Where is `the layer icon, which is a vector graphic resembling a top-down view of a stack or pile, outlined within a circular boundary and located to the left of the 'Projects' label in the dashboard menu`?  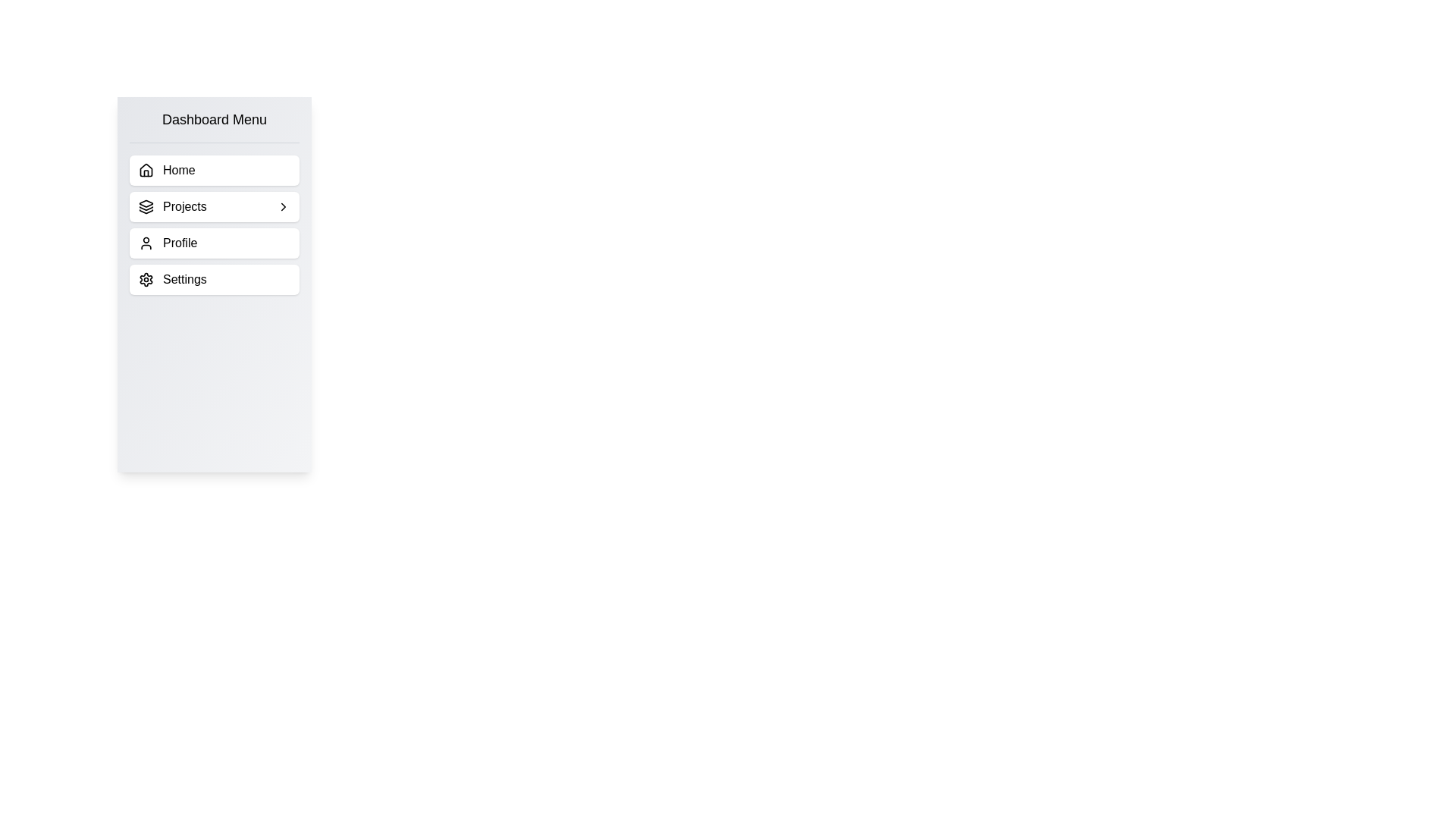 the layer icon, which is a vector graphic resembling a top-down view of a stack or pile, outlined within a circular boundary and located to the left of the 'Projects' label in the dashboard menu is located at coordinates (146, 202).